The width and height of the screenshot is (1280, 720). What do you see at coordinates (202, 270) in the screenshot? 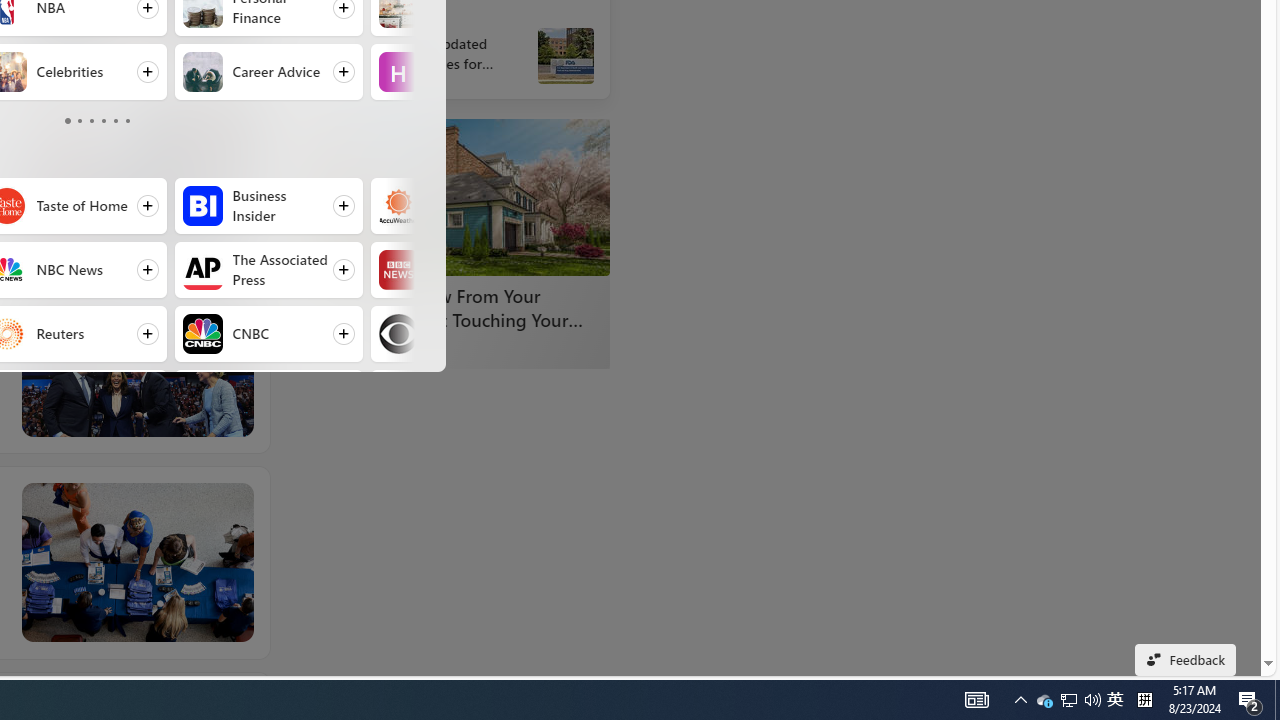
I see `'The Associated Press'` at bounding box center [202, 270].